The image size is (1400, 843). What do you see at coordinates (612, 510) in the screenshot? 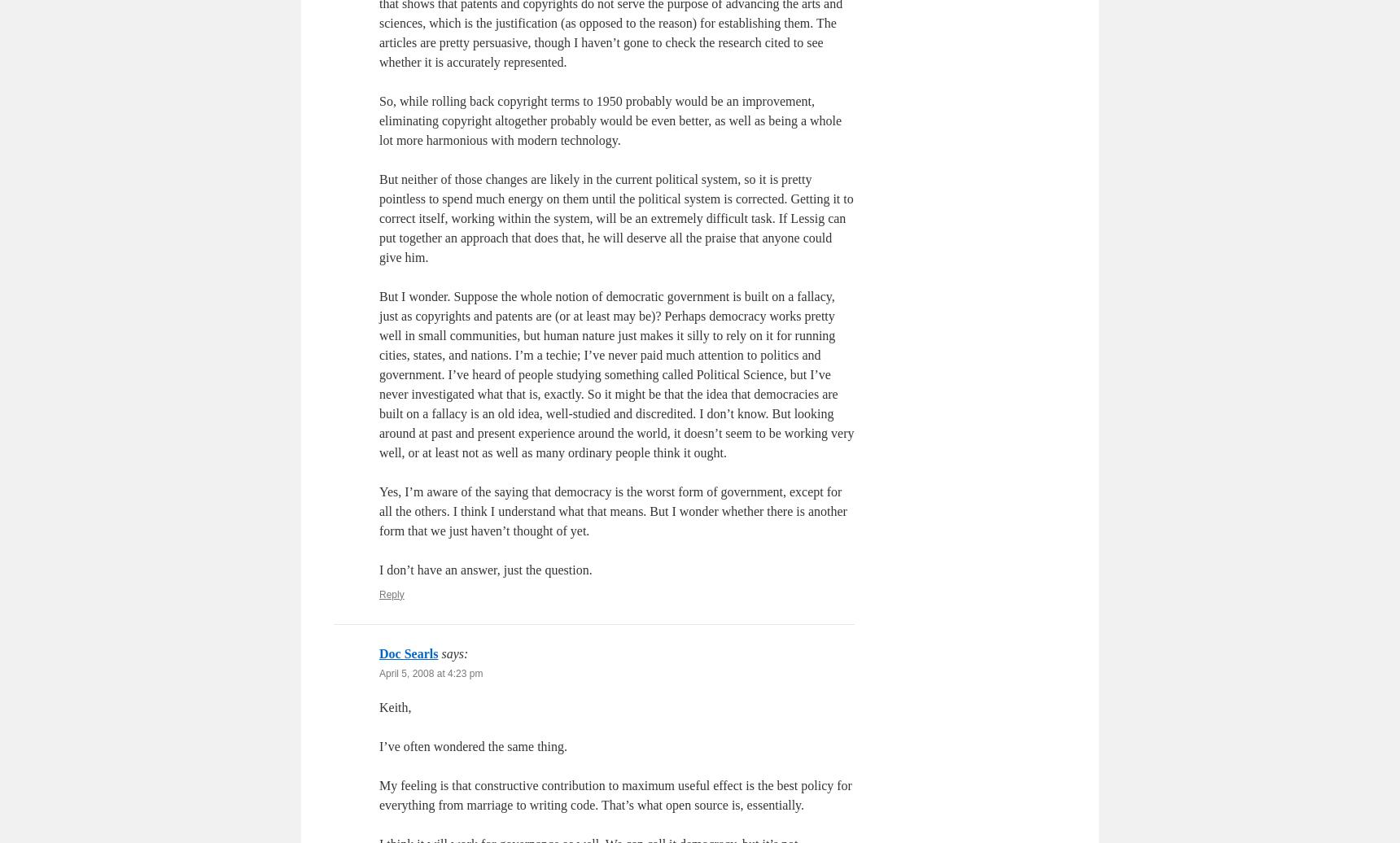
I see `'Yes, I’m aware of the saying that democracy is the worst form of government, except for all the others.  I think I understand what that means.  But I wonder whether there is another form that we just haven’t thought of yet.'` at bounding box center [612, 510].